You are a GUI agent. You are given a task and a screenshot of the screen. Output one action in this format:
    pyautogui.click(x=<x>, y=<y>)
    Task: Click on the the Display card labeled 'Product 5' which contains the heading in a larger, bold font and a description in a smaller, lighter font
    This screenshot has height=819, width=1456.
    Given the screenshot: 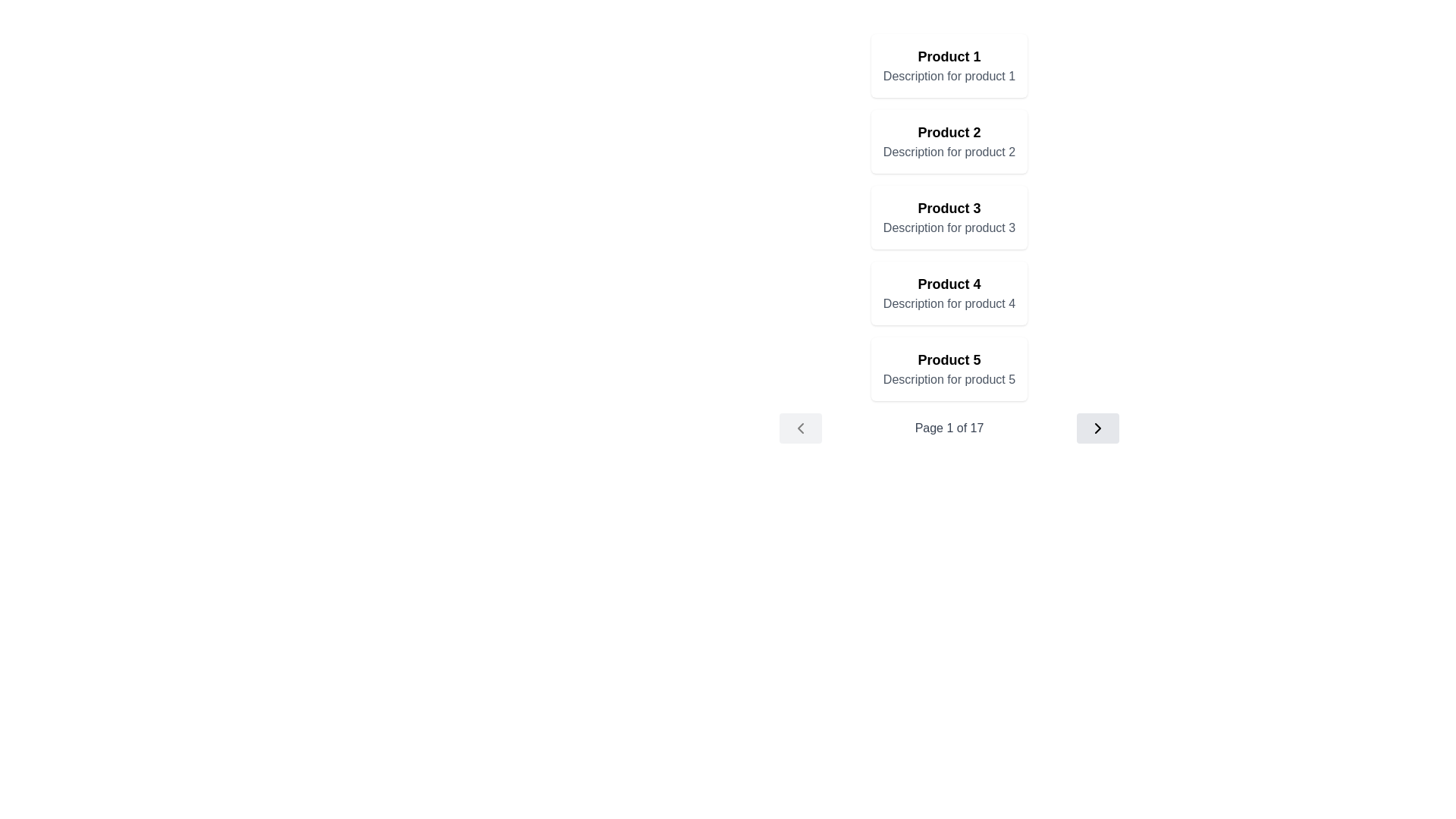 What is the action you would take?
    pyautogui.click(x=949, y=369)
    